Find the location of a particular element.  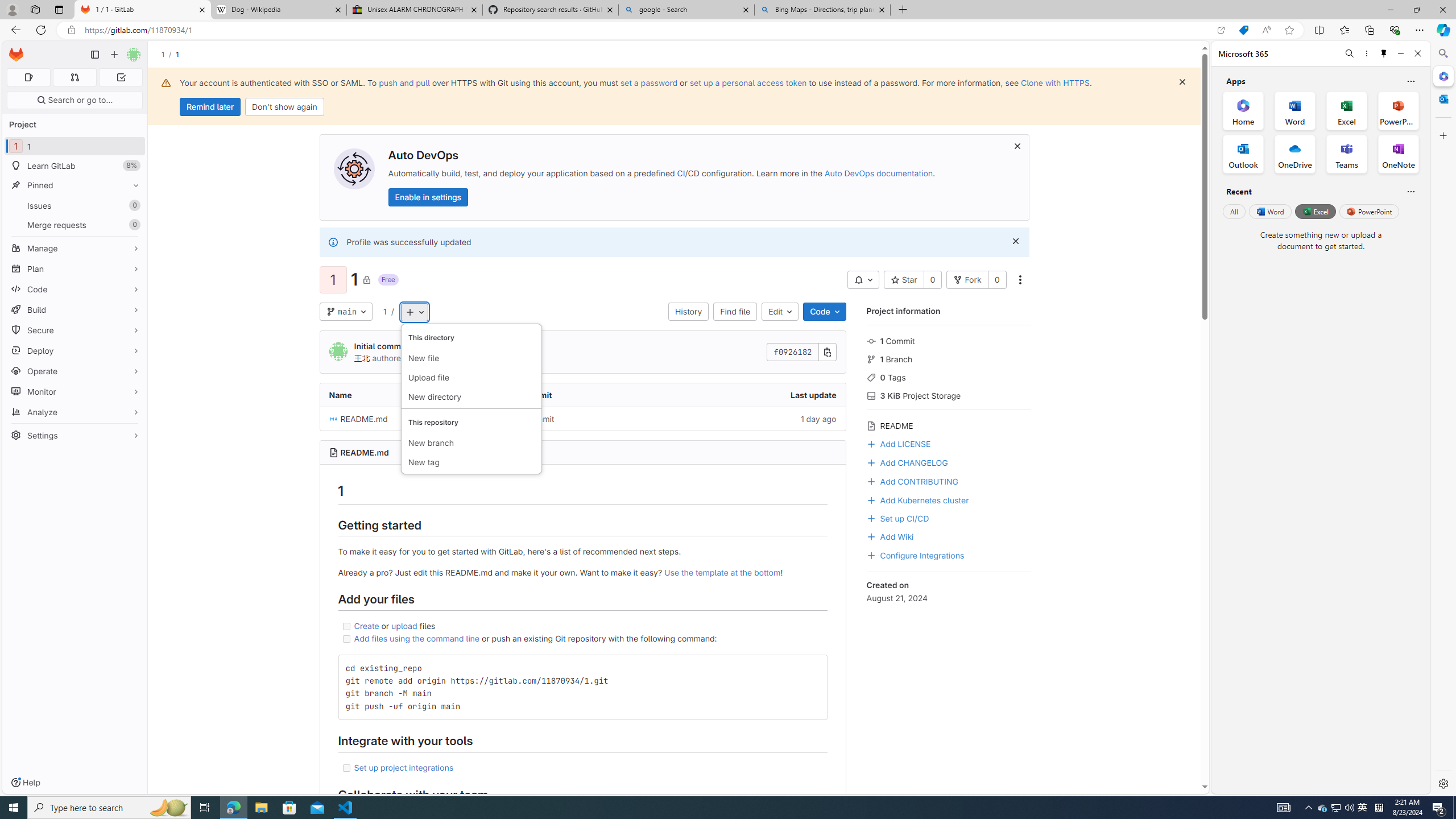

'New fileUpload fileNew directory' is located at coordinates (470, 366).